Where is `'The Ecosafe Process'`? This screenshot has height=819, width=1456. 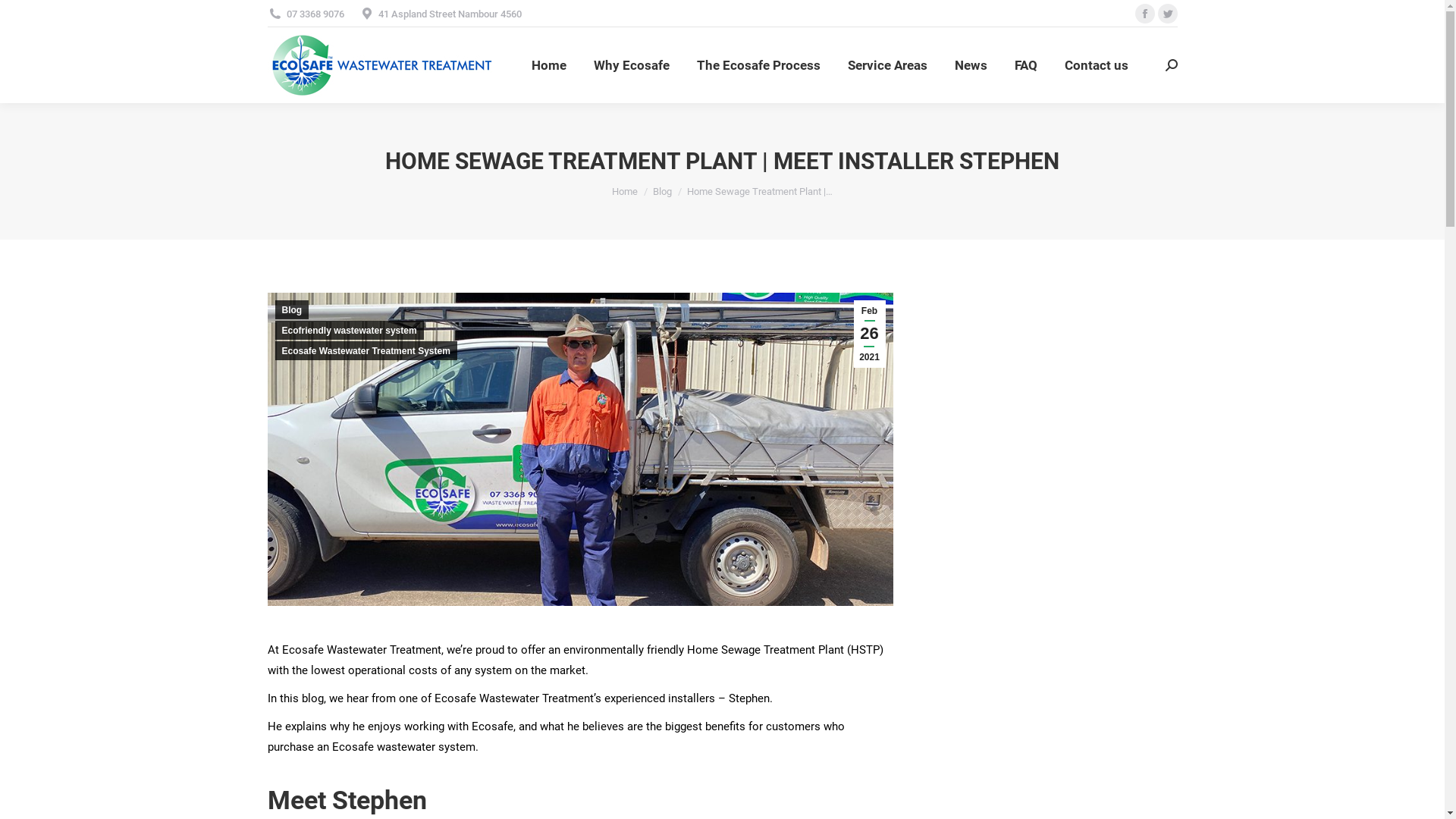
'The Ecosafe Process' is located at coordinates (758, 64).